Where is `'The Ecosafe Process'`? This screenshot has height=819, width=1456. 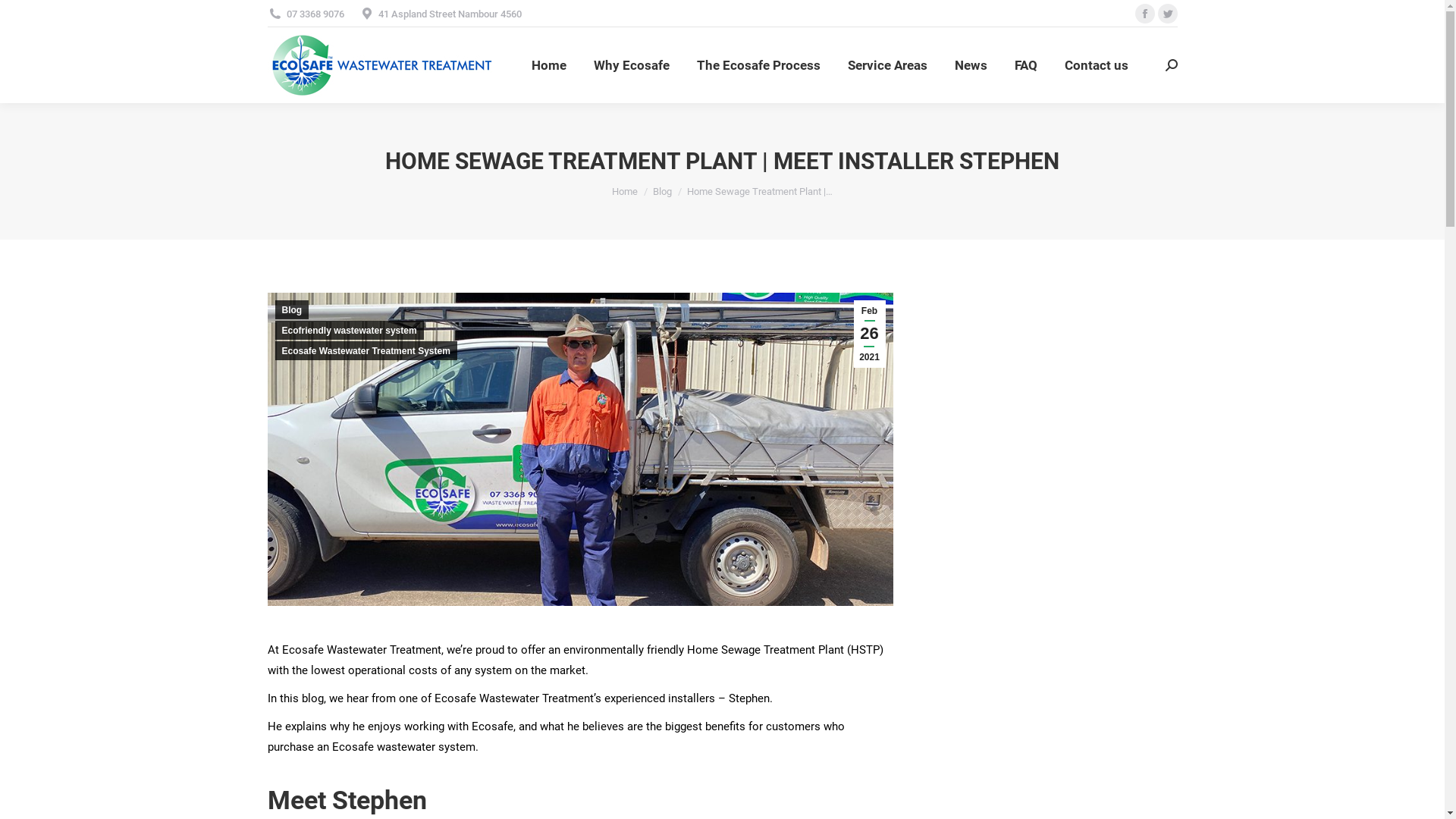
'The Ecosafe Process' is located at coordinates (758, 64).